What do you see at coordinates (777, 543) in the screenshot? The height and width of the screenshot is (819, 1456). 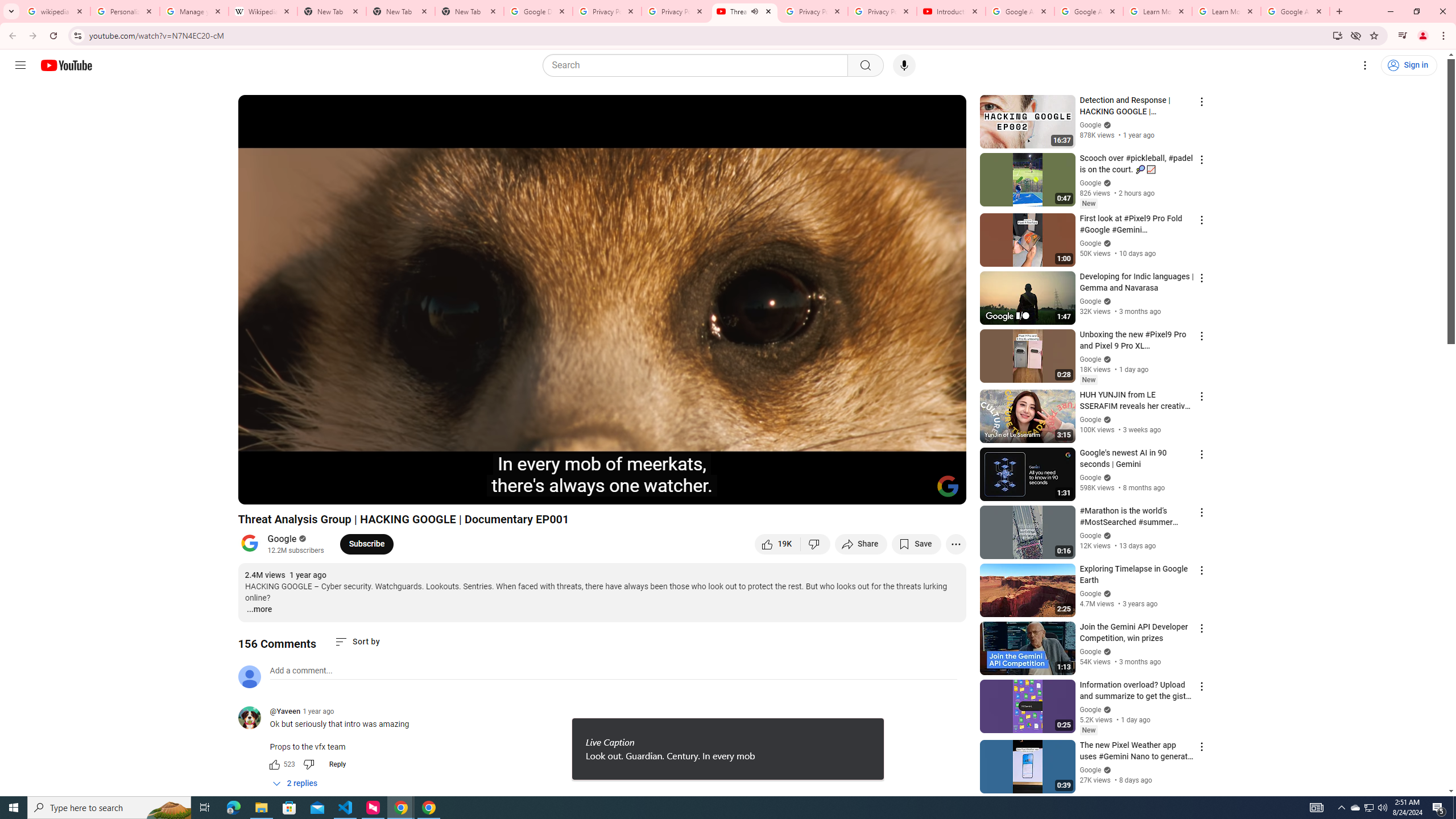 I see `'like this video along with 19,267 other people'` at bounding box center [777, 543].